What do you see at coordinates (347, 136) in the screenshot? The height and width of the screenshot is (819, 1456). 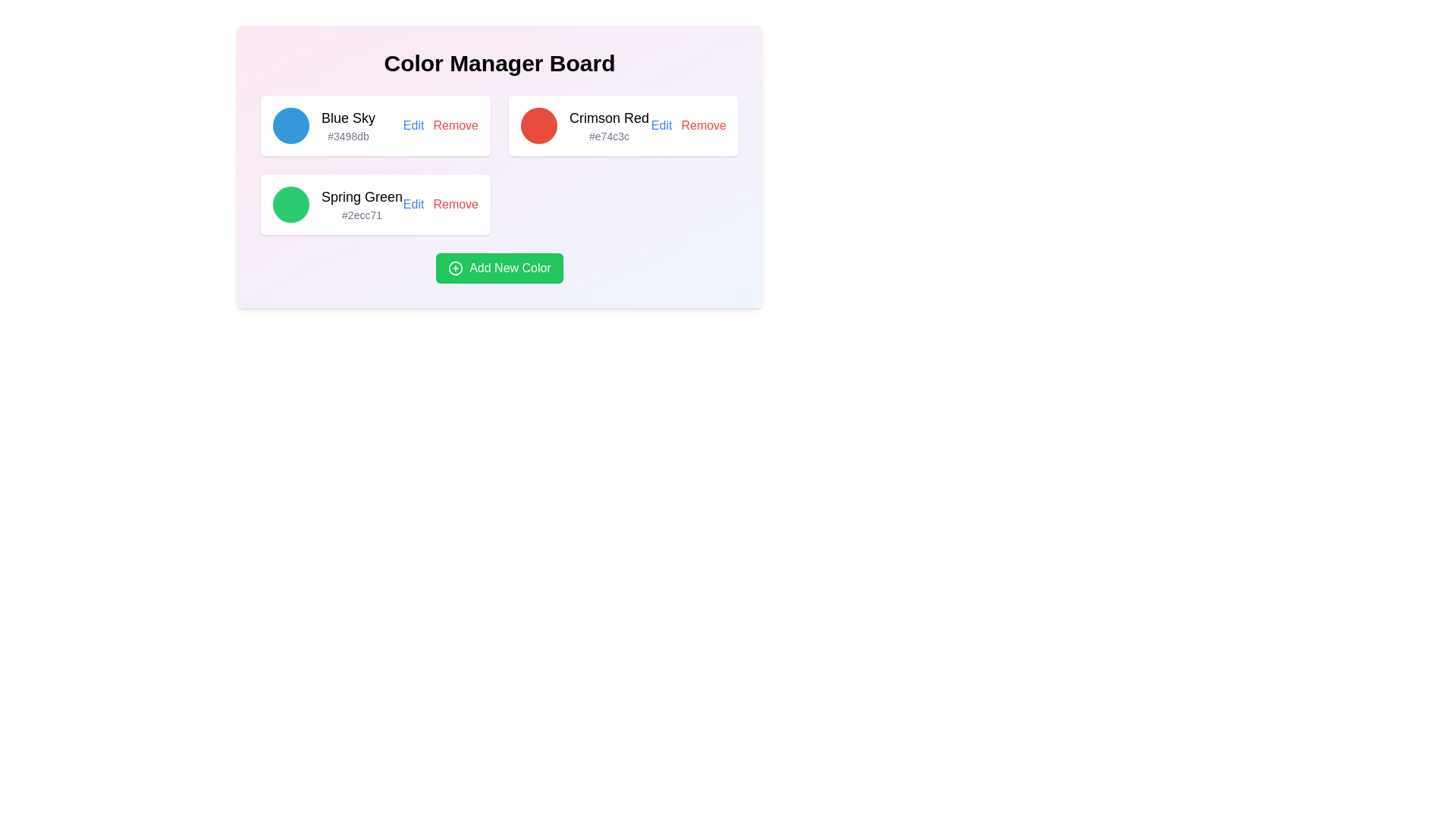 I see `the text label displaying '#3498db', which is styled in small gray font and located below the title 'Blue Sky' within the light card block` at bounding box center [347, 136].